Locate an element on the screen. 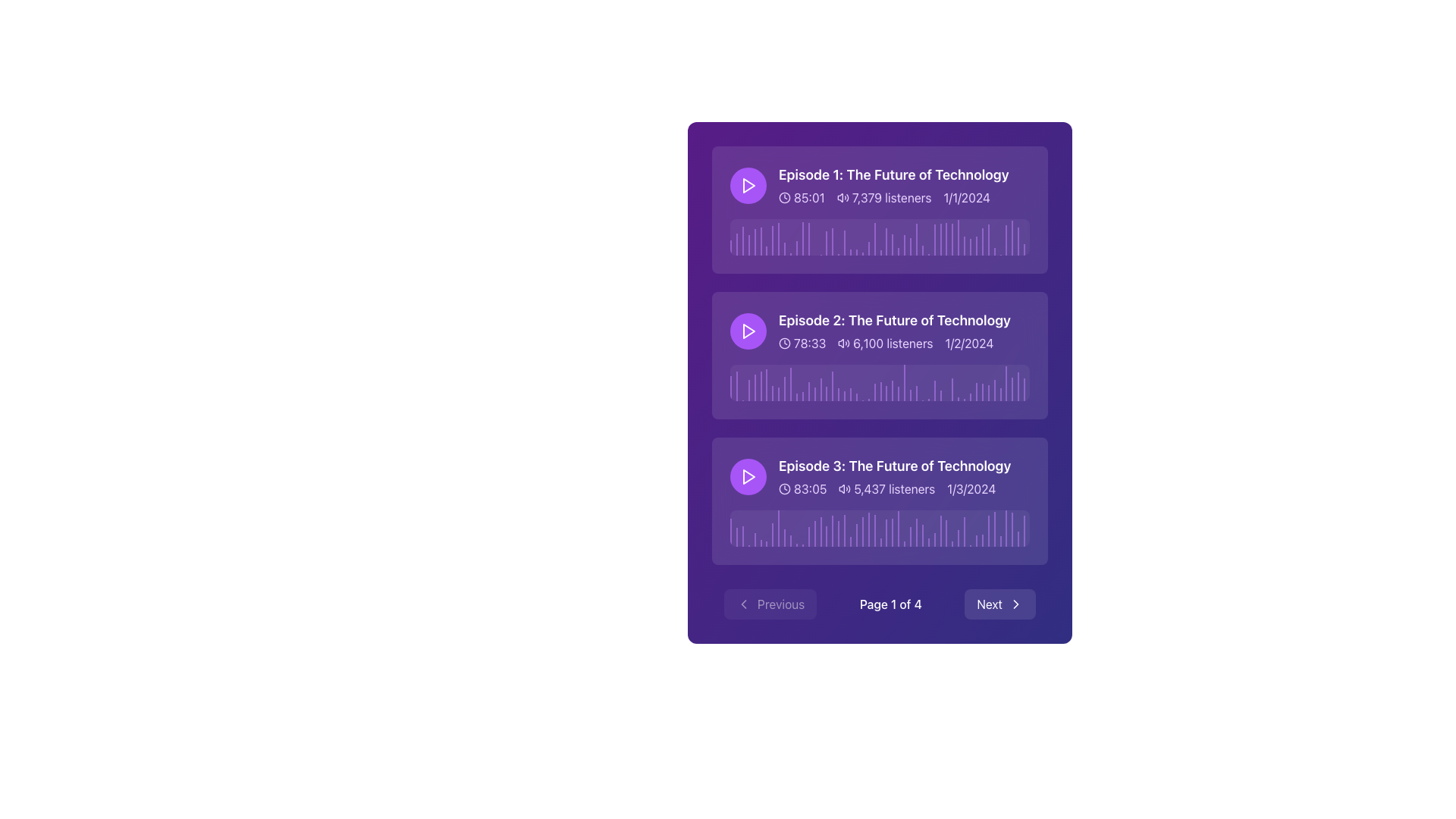  the play button for 'Episode 3: The Future of Technology' is located at coordinates (748, 475).